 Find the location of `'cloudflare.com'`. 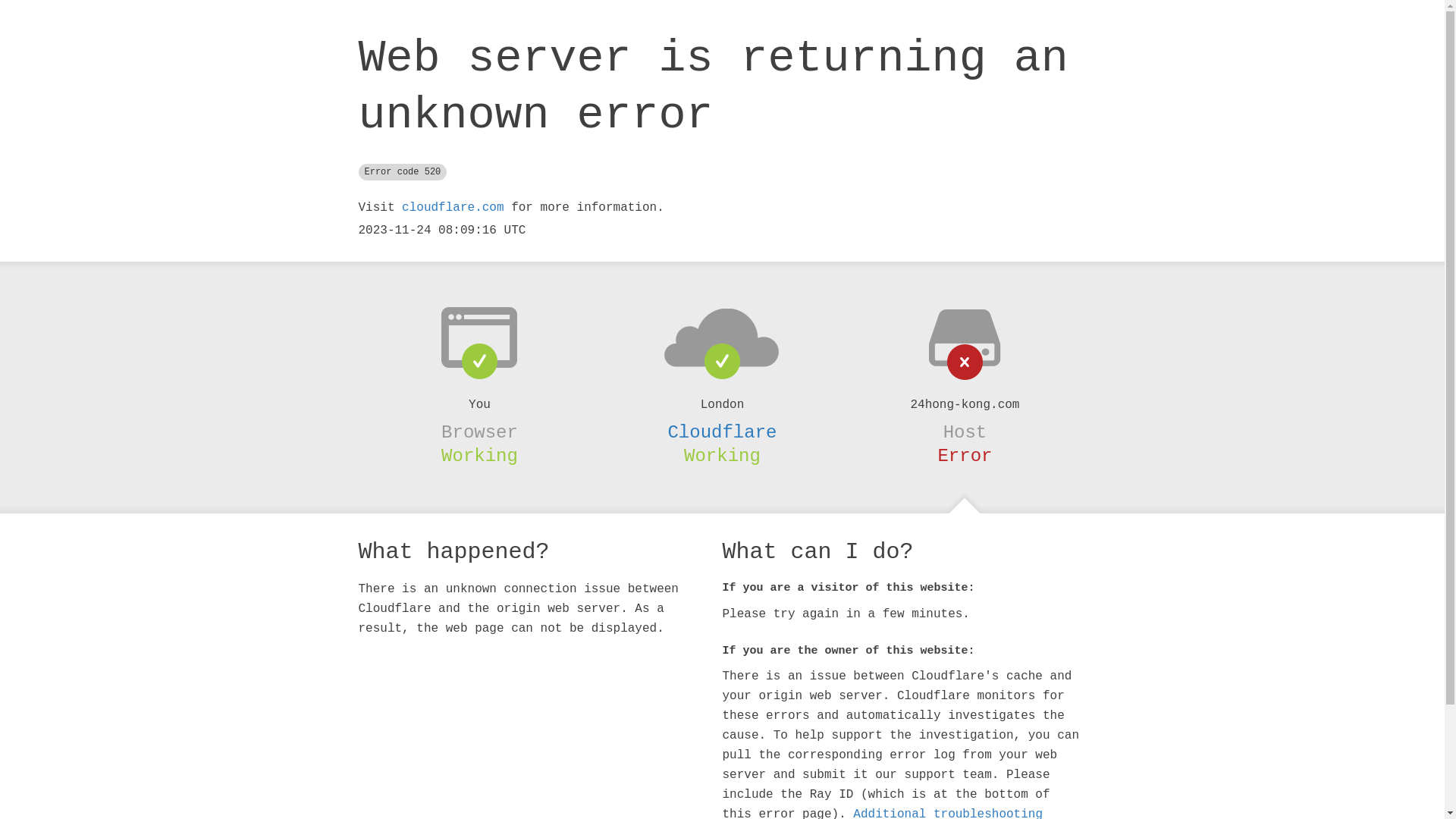

'cloudflare.com' is located at coordinates (451, 207).